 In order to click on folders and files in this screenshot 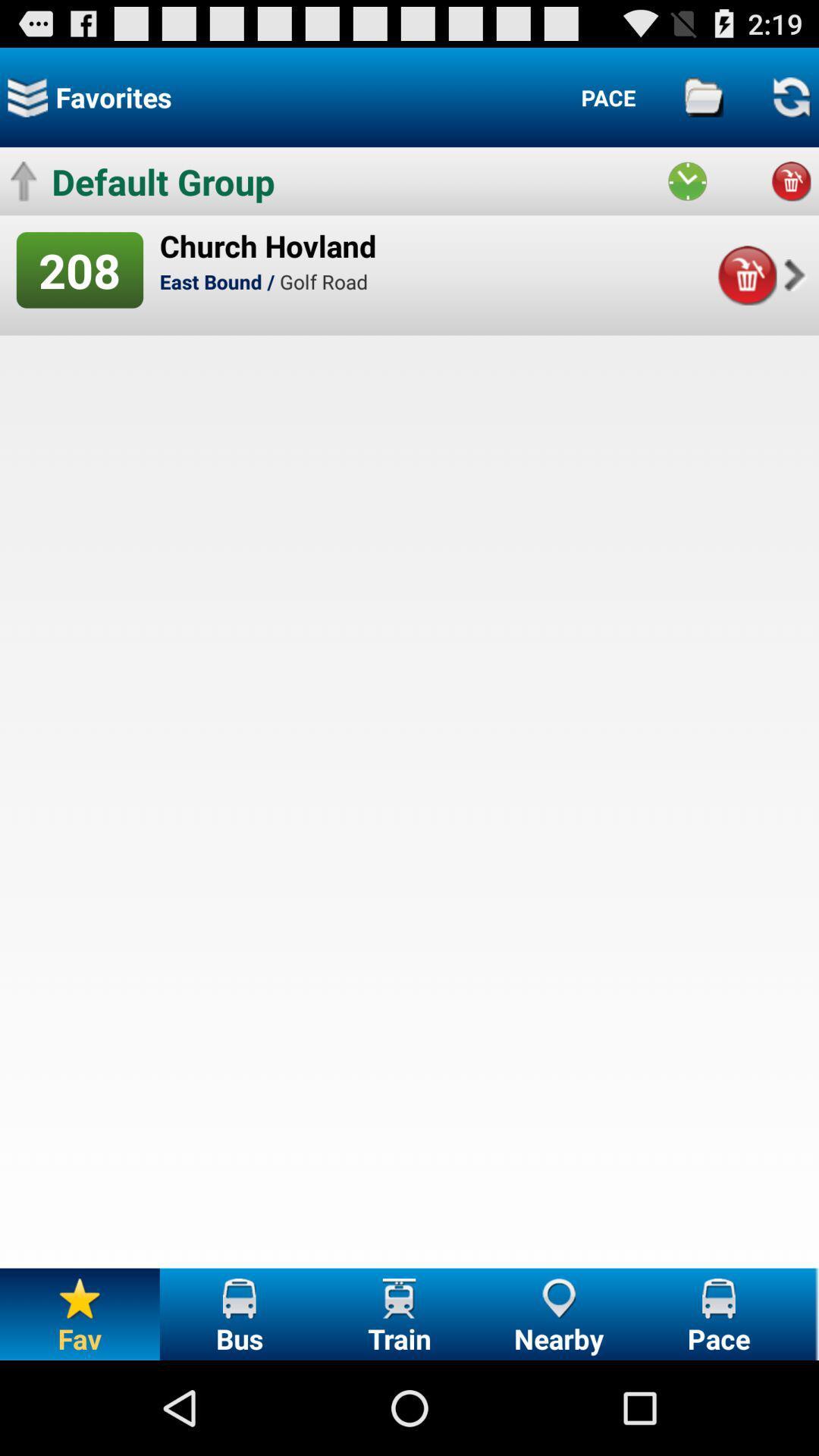, I will do `click(703, 96)`.